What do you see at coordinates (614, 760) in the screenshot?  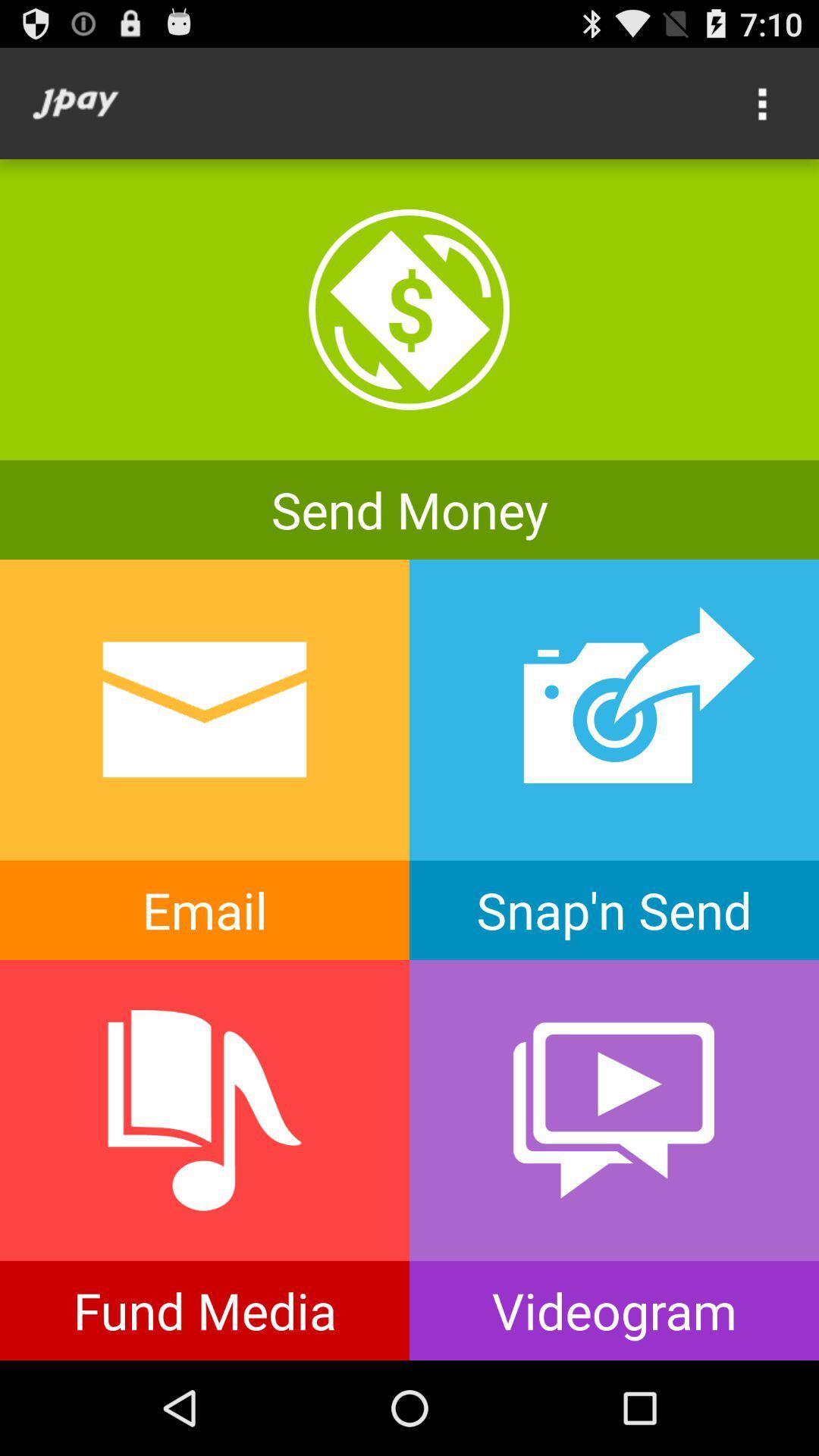 I see `snap n send` at bounding box center [614, 760].